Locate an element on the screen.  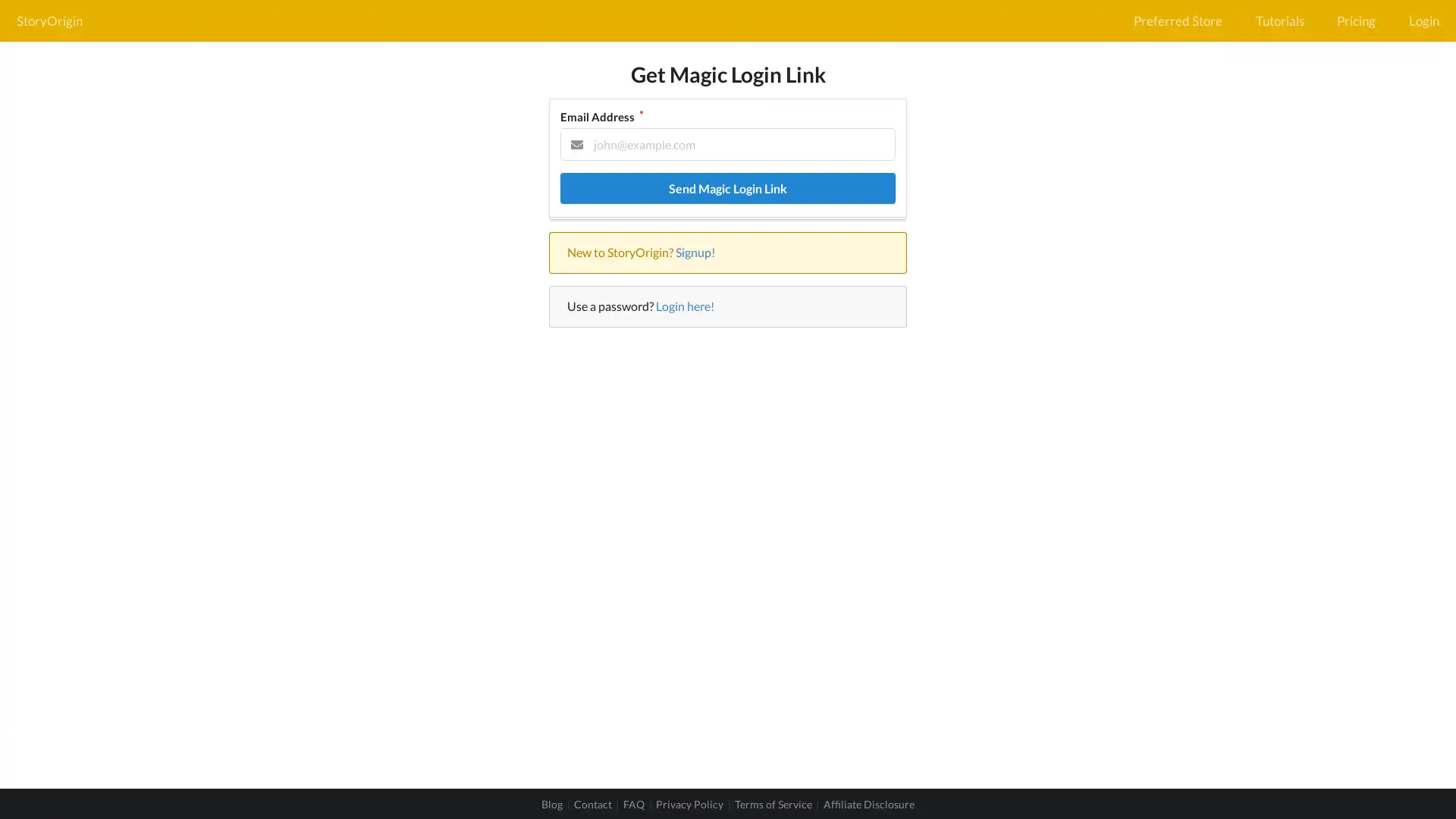
Send Magic Login Link is located at coordinates (728, 187).